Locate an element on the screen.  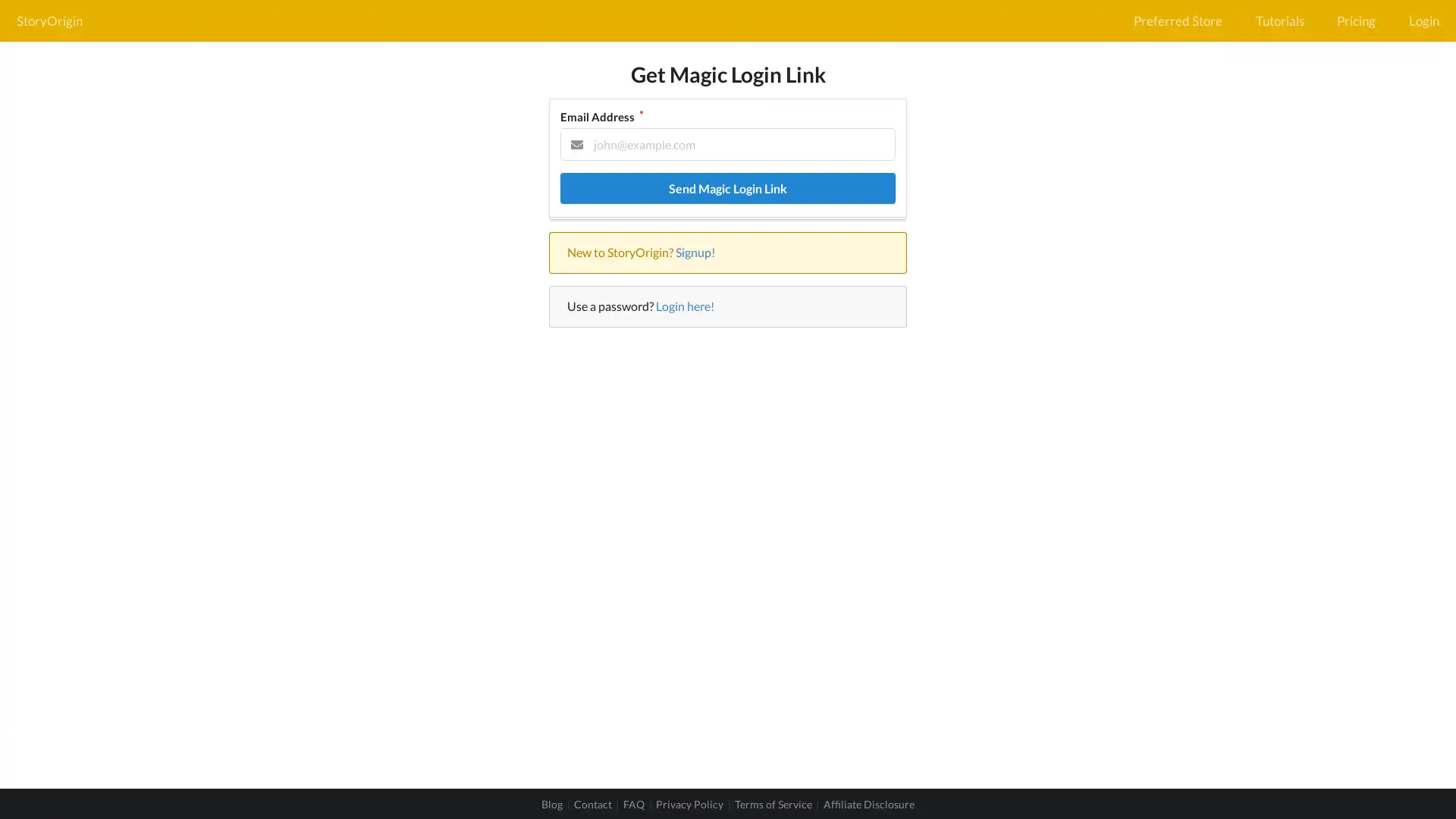
Send Magic Login Link is located at coordinates (728, 187).